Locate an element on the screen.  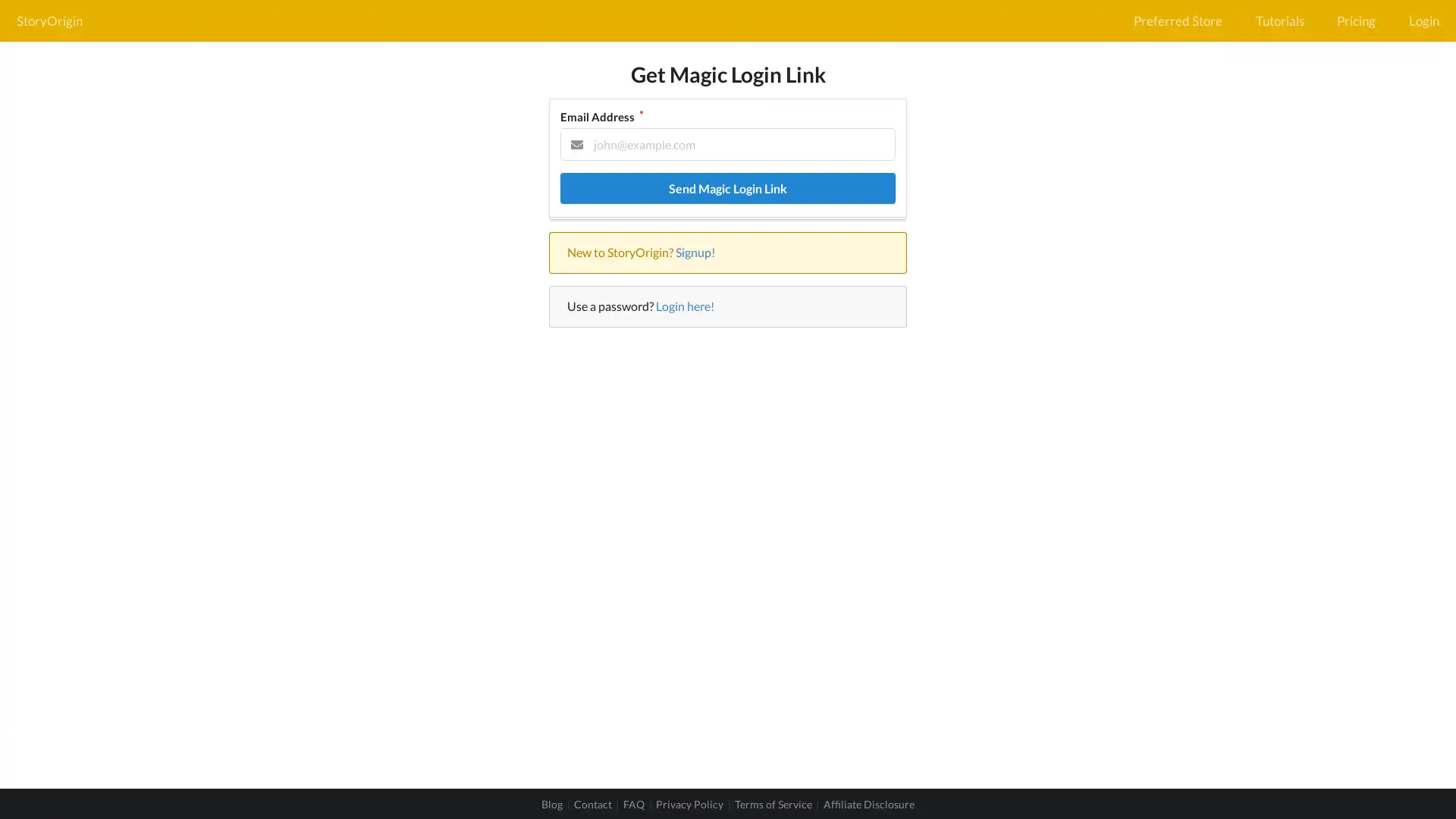
Send Magic Login Link is located at coordinates (728, 187).